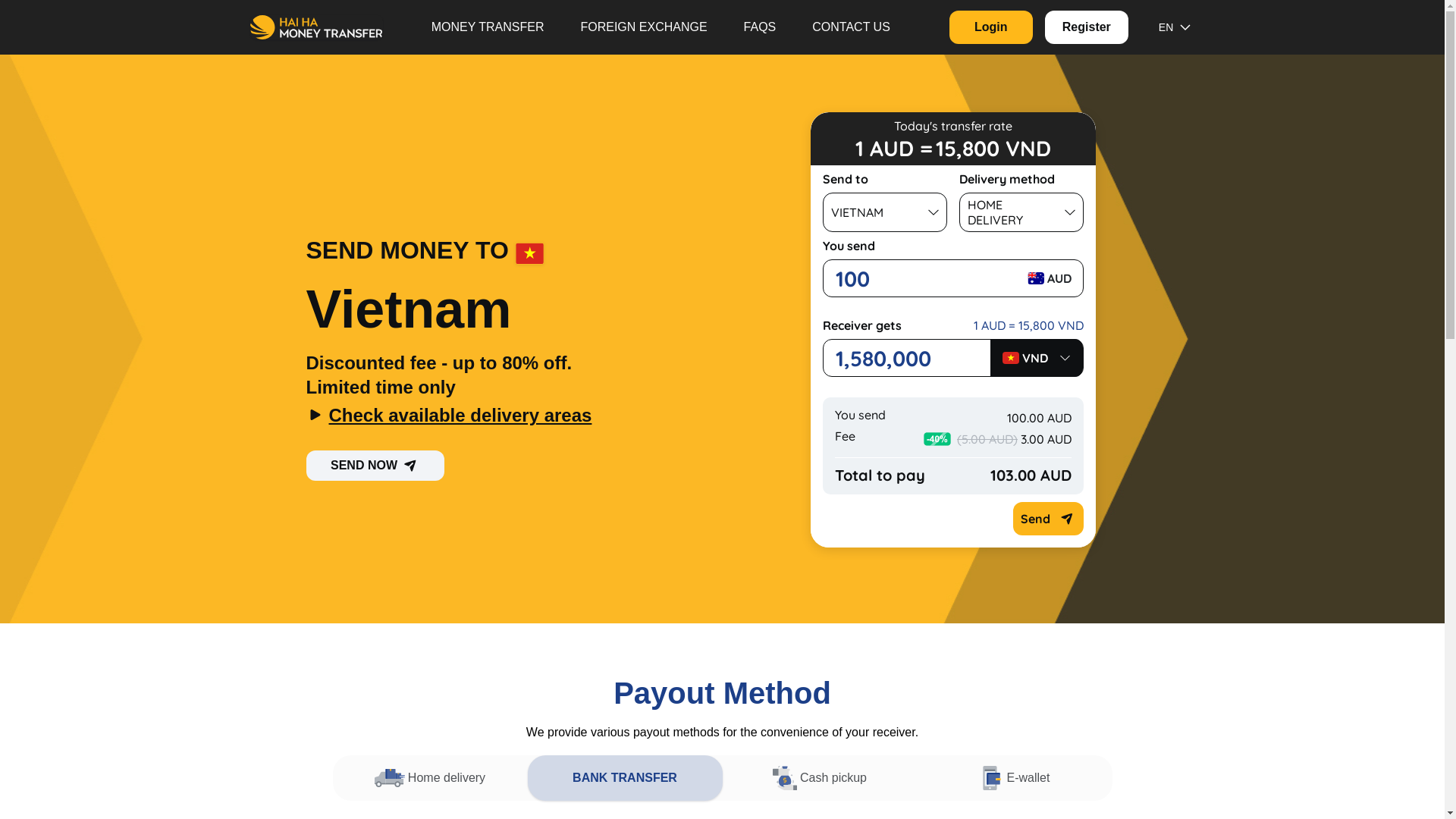 The height and width of the screenshot is (819, 1456). What do you see at coordinates (499, 415) in the screenshot?
I see `'Check available delivery areas'` at bounding box center [499, 415].